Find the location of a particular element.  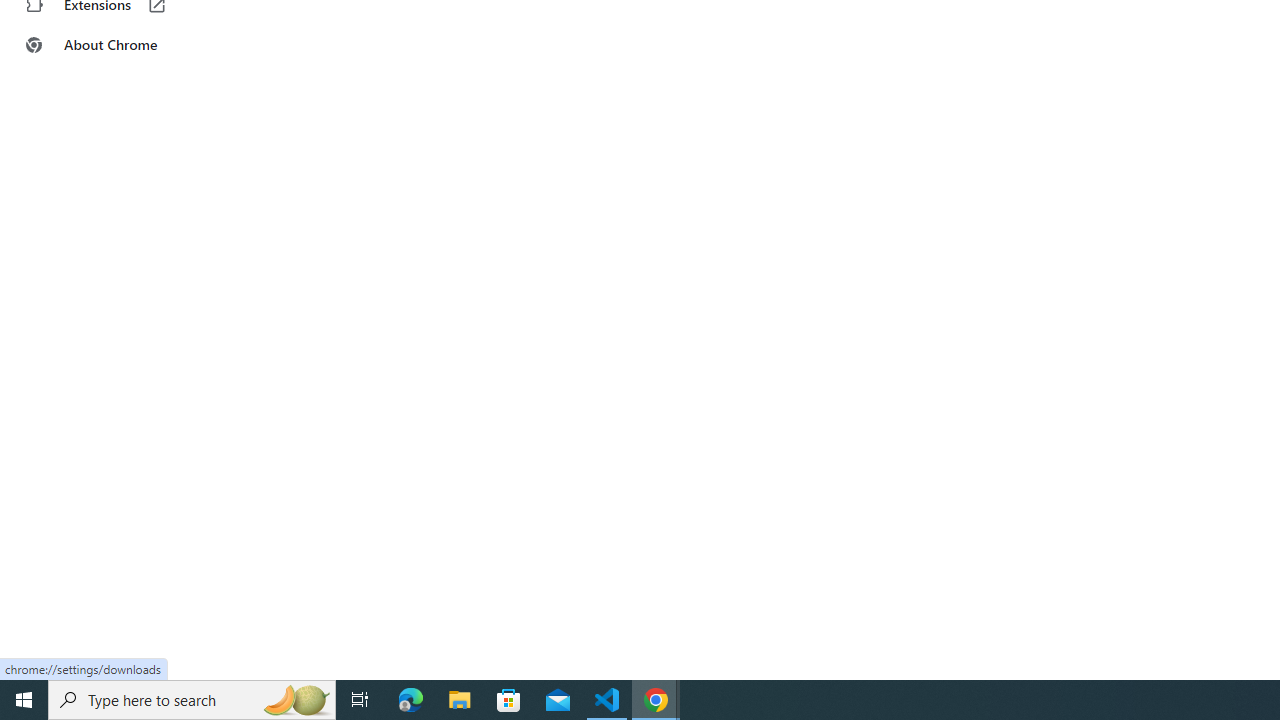

'About Chrome' is located at coordinates (123, 45).